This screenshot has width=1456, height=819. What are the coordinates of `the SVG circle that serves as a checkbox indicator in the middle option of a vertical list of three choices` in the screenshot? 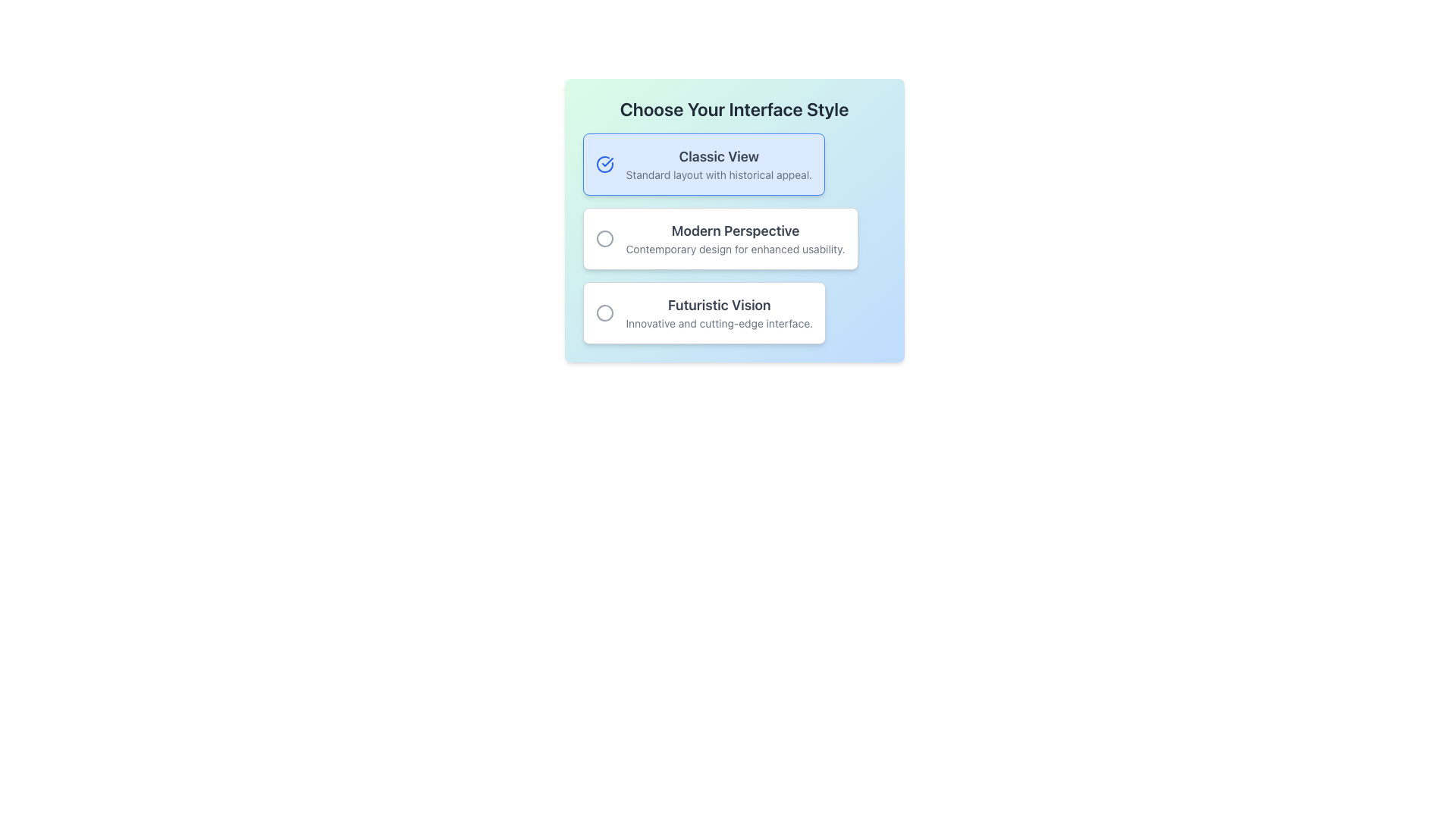 It's located at (604, 239).